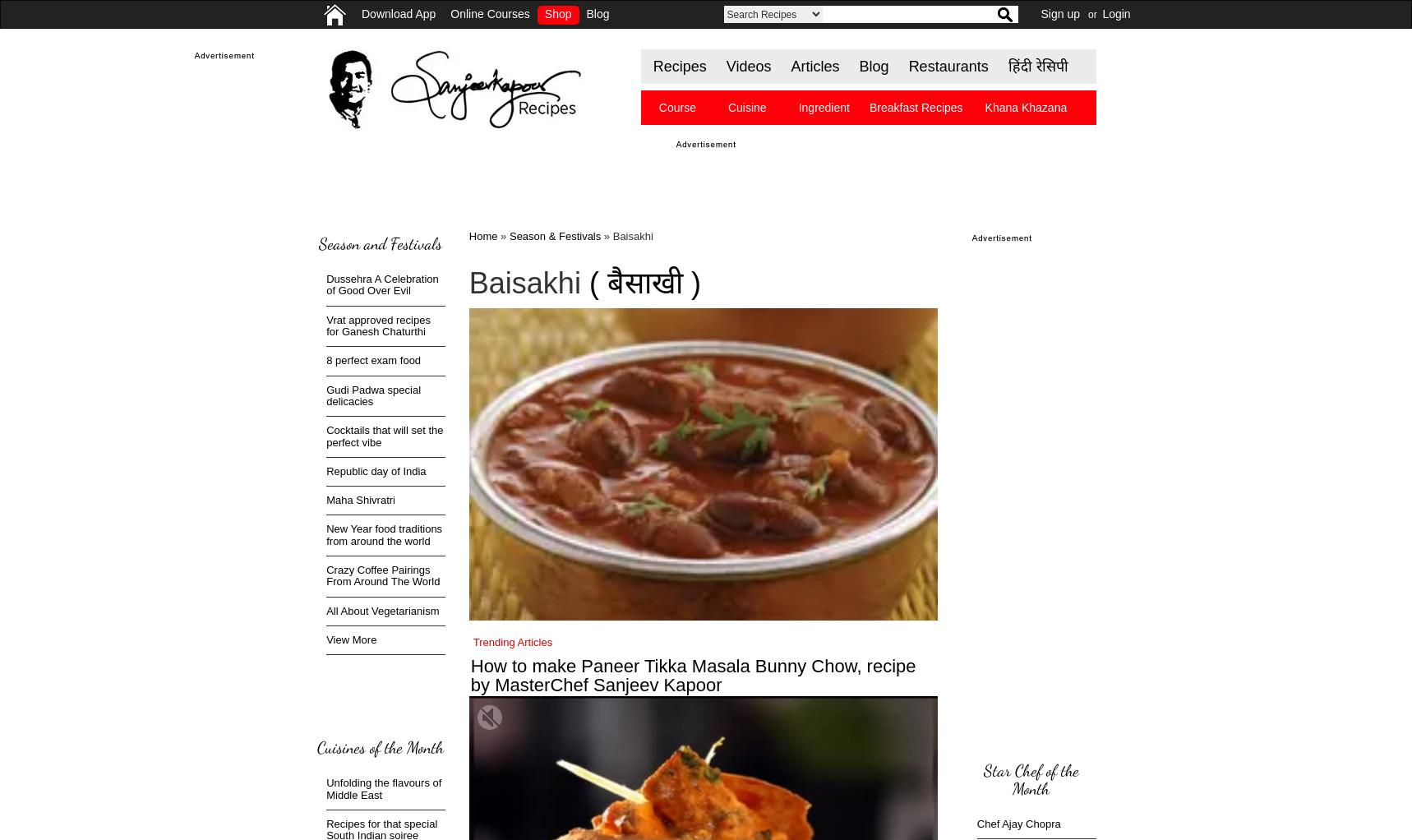  Describe the element at coordinates (914, 108) in the screenshot. I see `'Breakfast Recipes'` at that location.